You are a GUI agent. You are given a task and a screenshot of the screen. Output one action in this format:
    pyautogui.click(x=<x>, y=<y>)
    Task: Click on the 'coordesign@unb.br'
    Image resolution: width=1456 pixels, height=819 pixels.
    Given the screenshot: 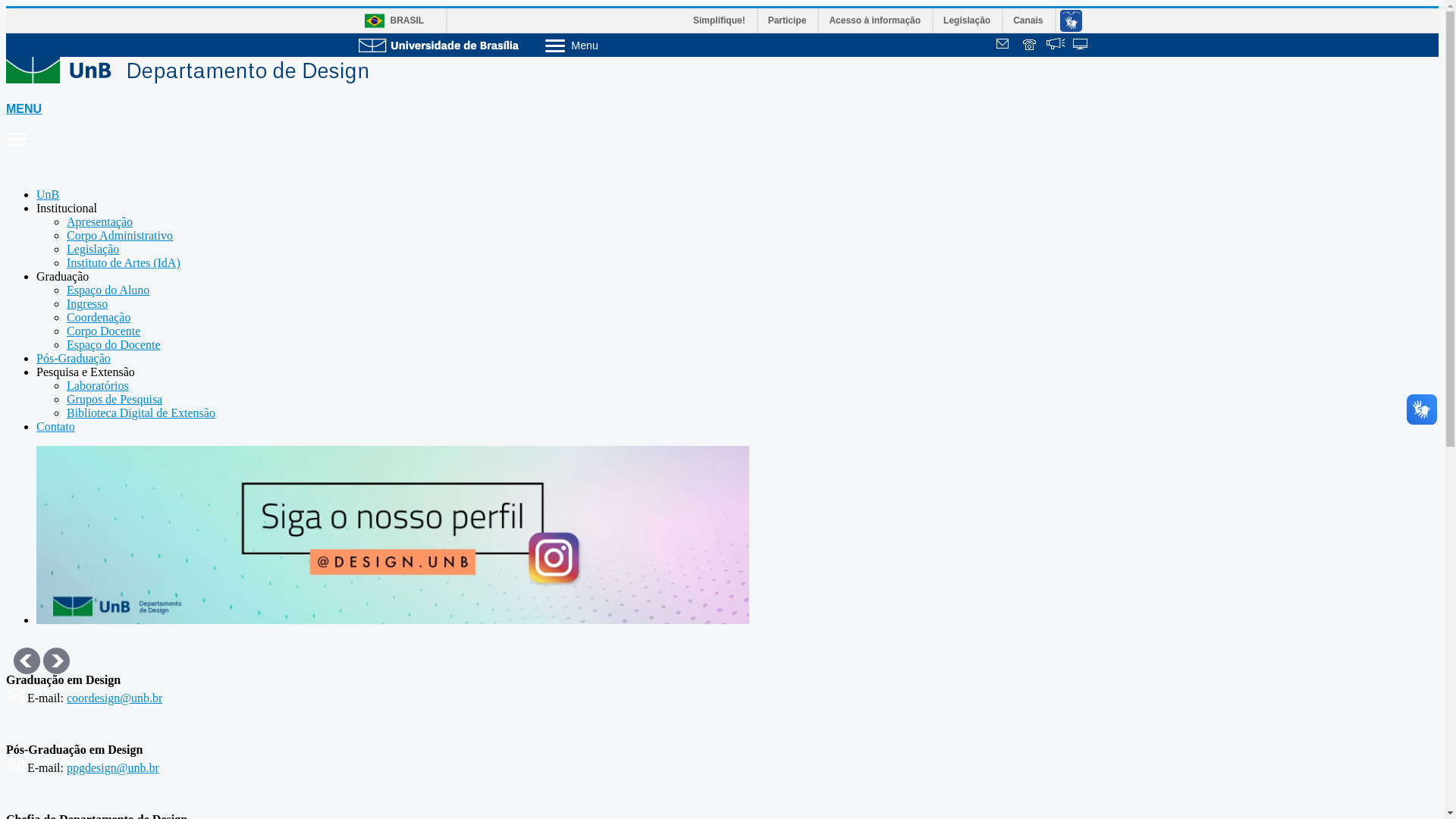 What is the action you would take?
    pyautogui.click(x=65, y=698)
    